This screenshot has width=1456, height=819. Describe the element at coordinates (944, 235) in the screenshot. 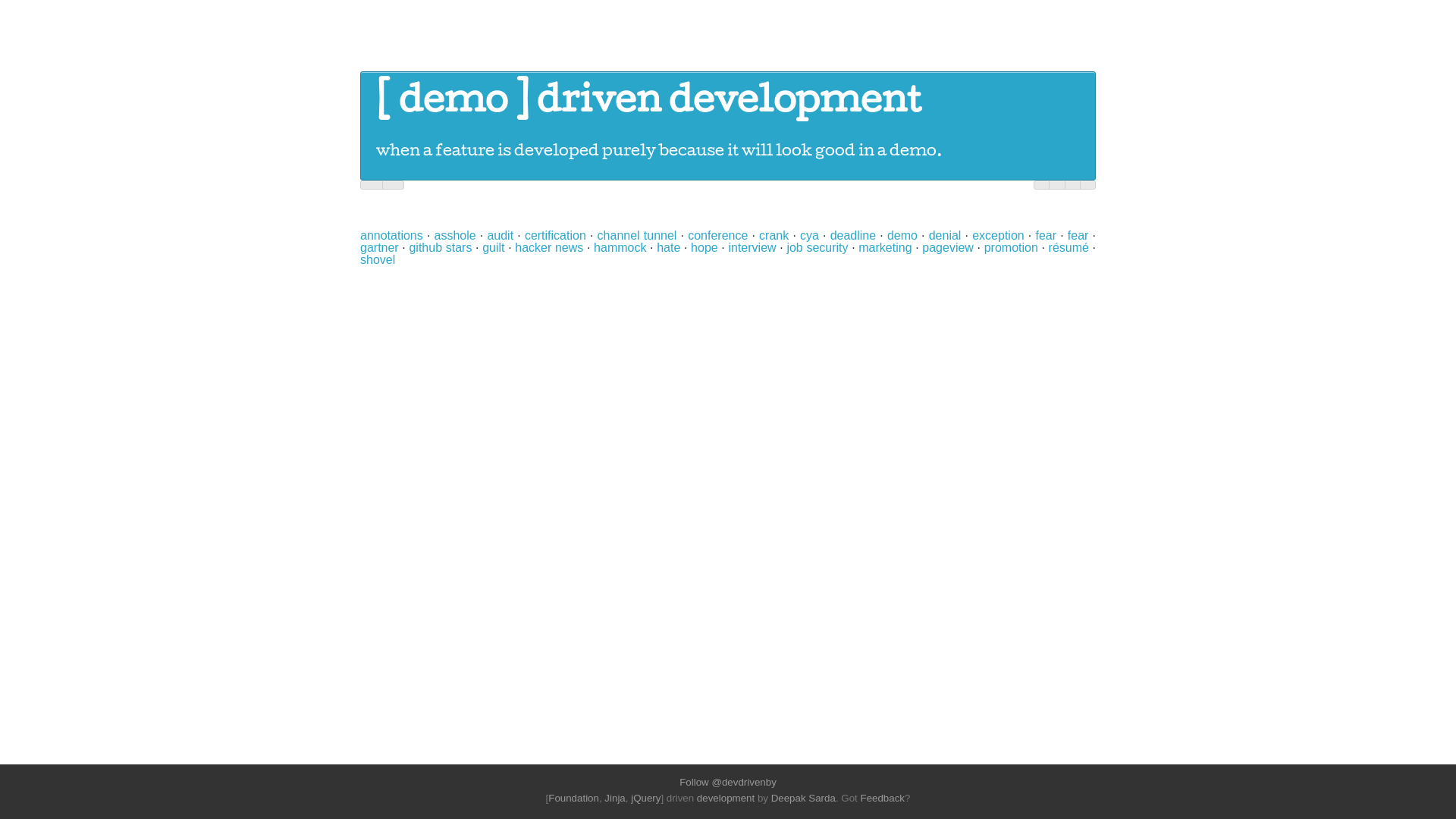

I see `'denial'` at that location.